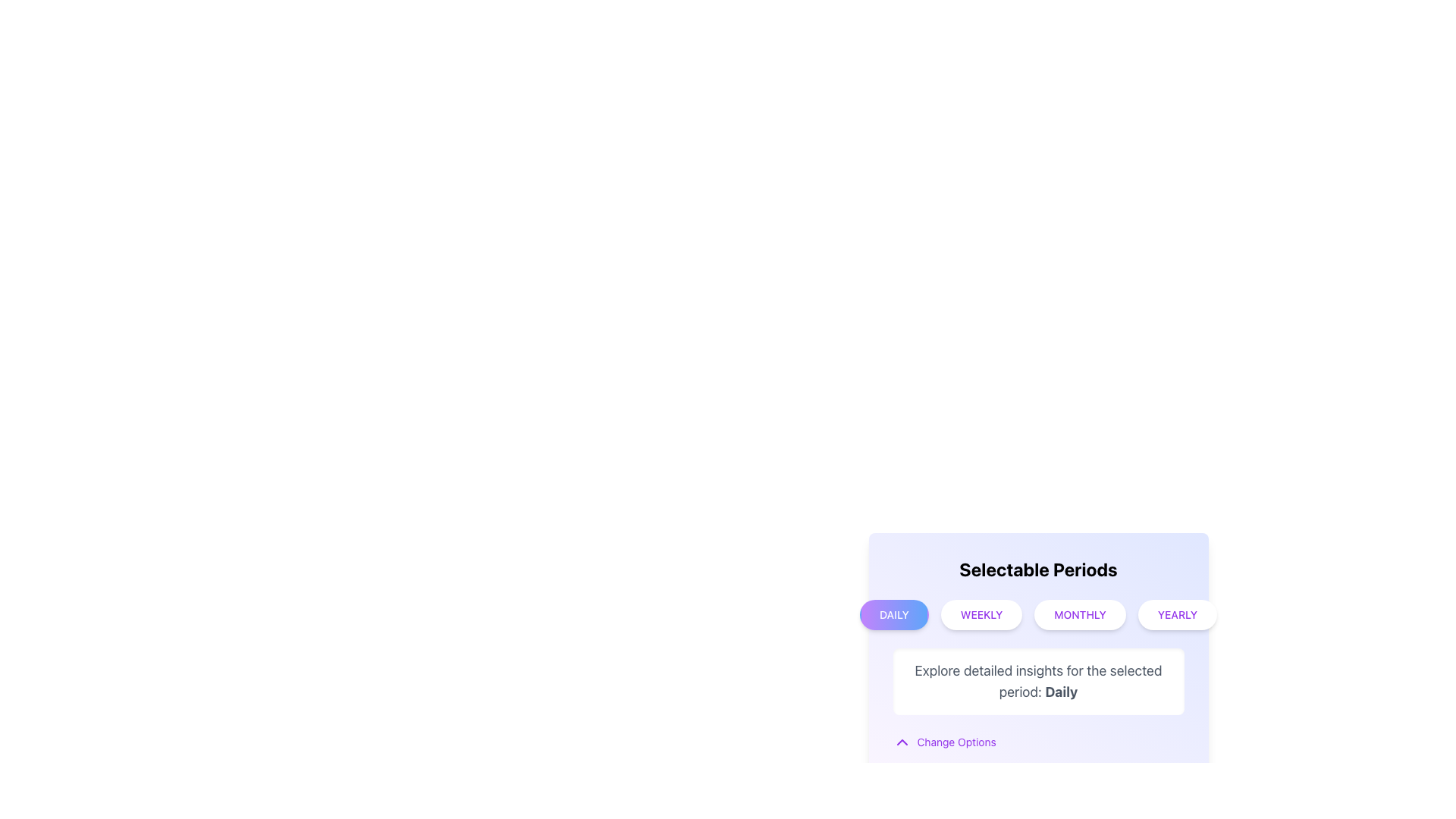  I want to click on the informational text box that contains the message 'Explore detailed insights for the selected period: Daily', which is located below the period selection buttons and above the 'Change Options' link, so click(1037, 680).